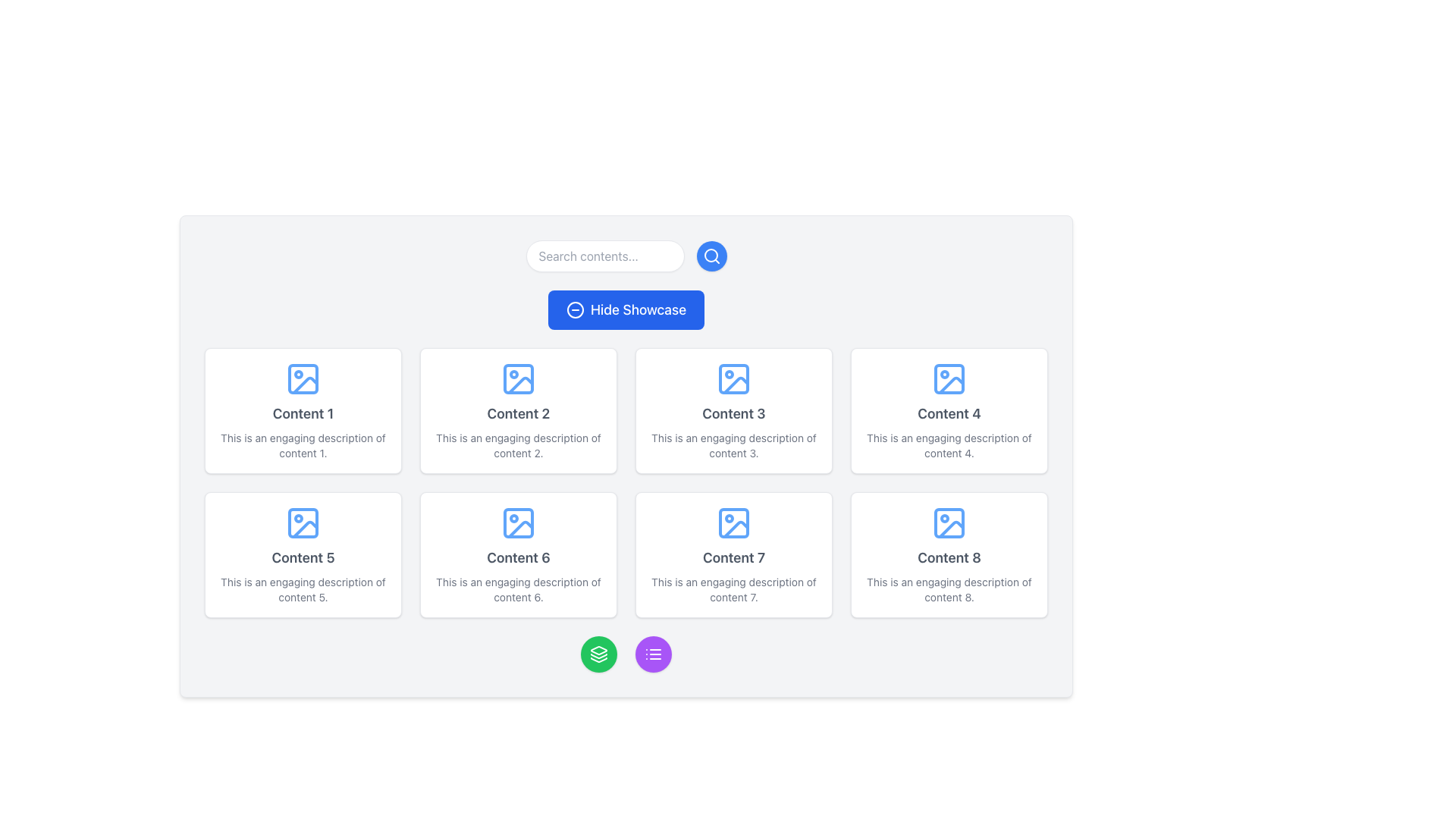 The height and width of the screenshot is (819, 1456). Describe the element at coordinates (734, 522) in the screenshot. I see `the blue image thumbnail icon located in the grid item labeled 'Content 7', which features a rectangular outline with rounded corners and is centered above the text elements` at that location.